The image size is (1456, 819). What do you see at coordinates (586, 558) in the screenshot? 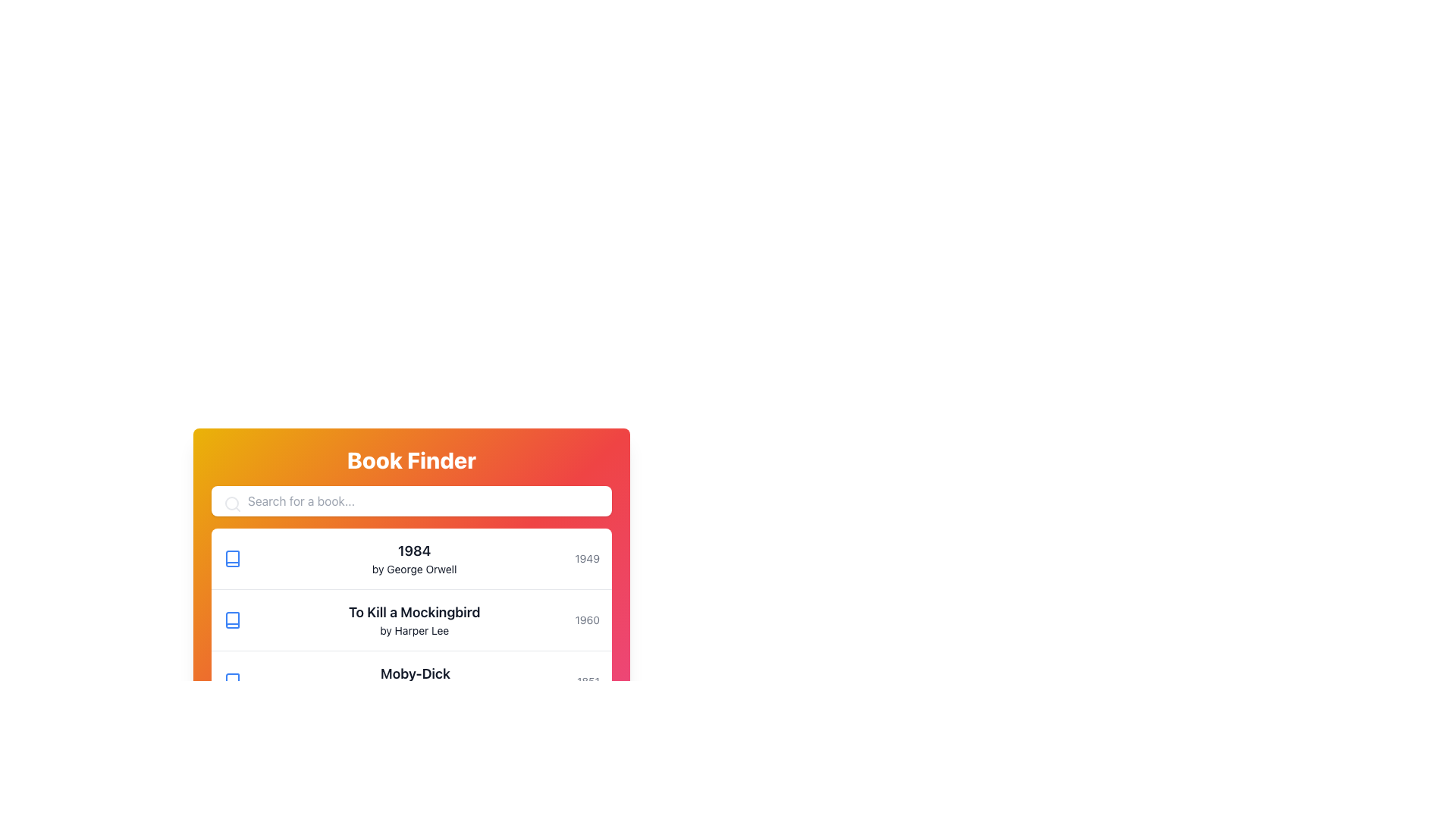
I see `the static text display indicating the publication year of the book '1984' by George Orwell, located at the far right of the item row` at bounding box center [586, 558].